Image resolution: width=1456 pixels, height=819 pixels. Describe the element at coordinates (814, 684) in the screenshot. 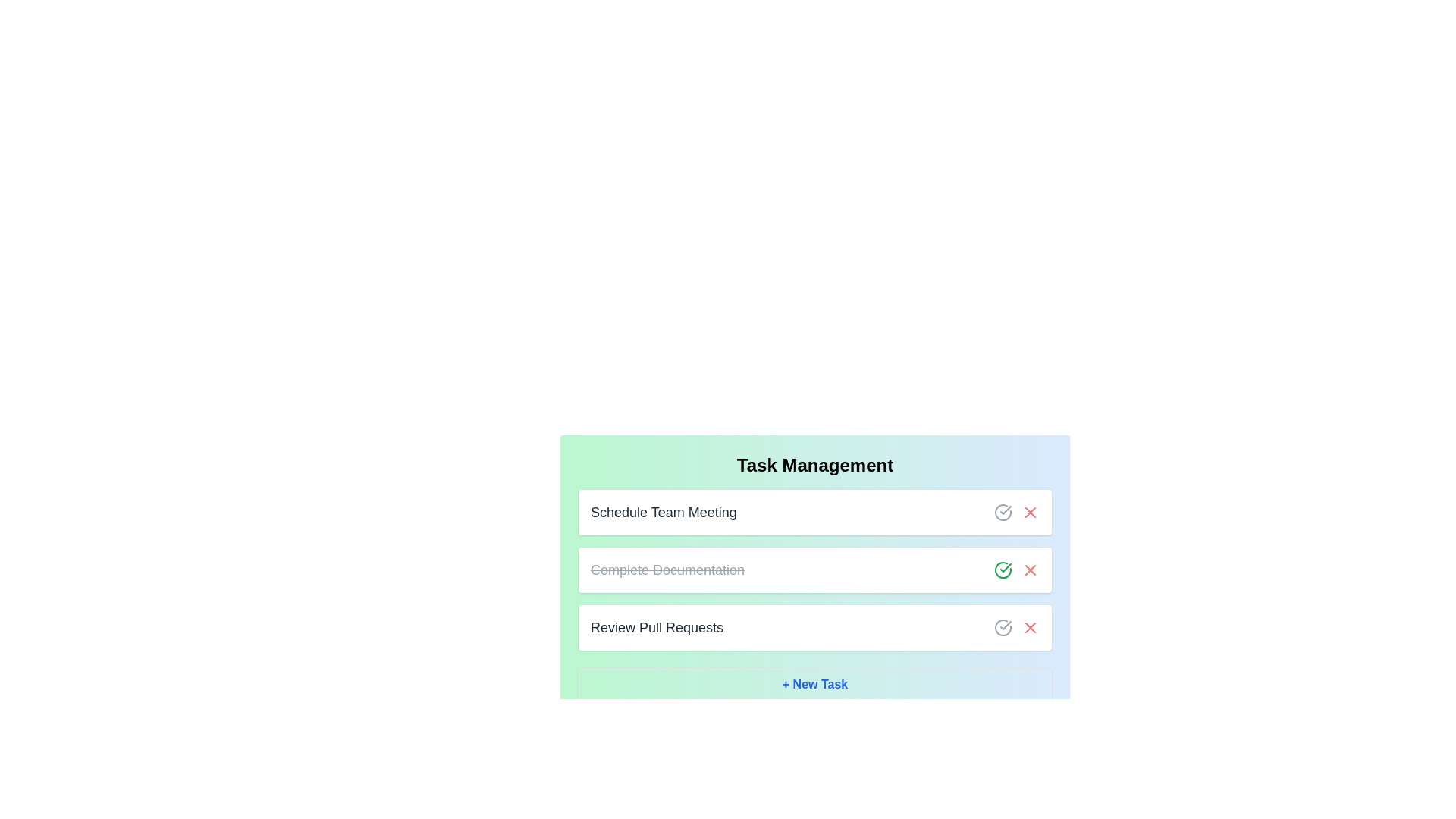

I see `the '+ New Task' button to initiate adding a new task` at that location.